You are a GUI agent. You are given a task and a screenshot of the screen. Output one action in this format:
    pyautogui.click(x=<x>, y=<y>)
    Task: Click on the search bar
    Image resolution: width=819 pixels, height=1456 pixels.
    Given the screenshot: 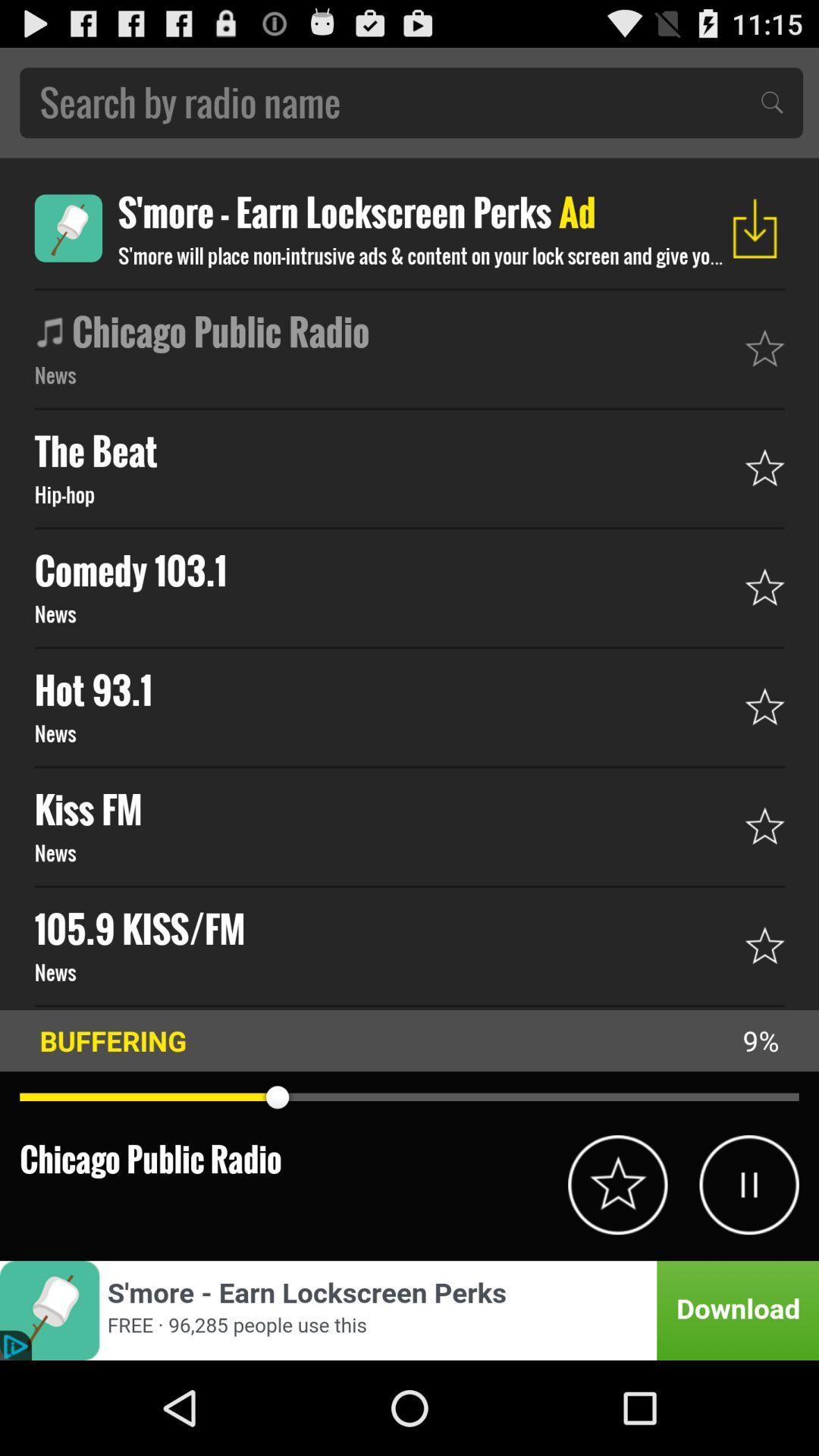 What is the action you would take?
    pyautogui.click(x=411, y=102)
    